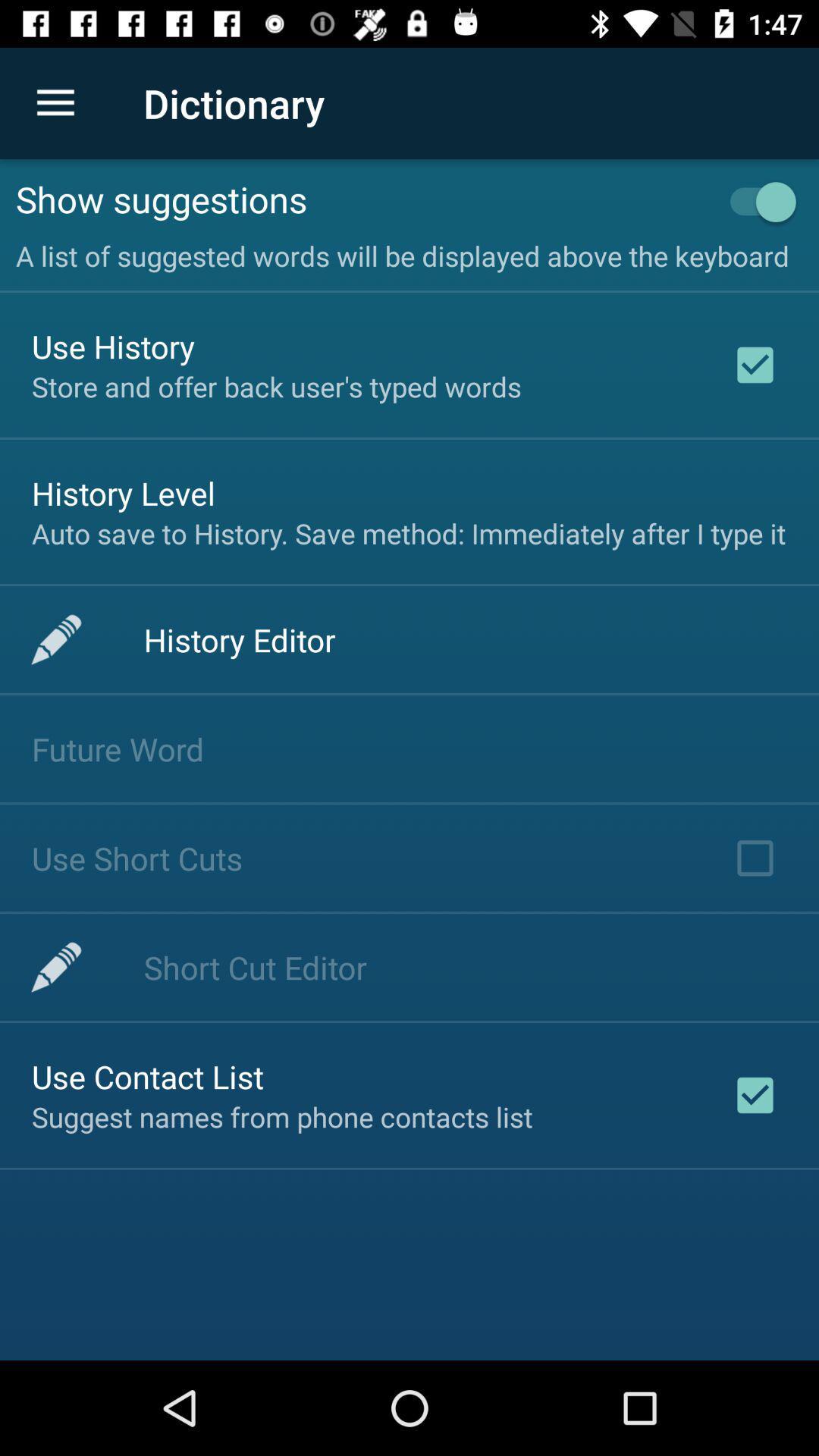 This screenshot has width=819, height=1456. What do you see at coordinates (362, 198) in the screenshot?
I see `icon above the a list of item` at bounding box center [362, 198].